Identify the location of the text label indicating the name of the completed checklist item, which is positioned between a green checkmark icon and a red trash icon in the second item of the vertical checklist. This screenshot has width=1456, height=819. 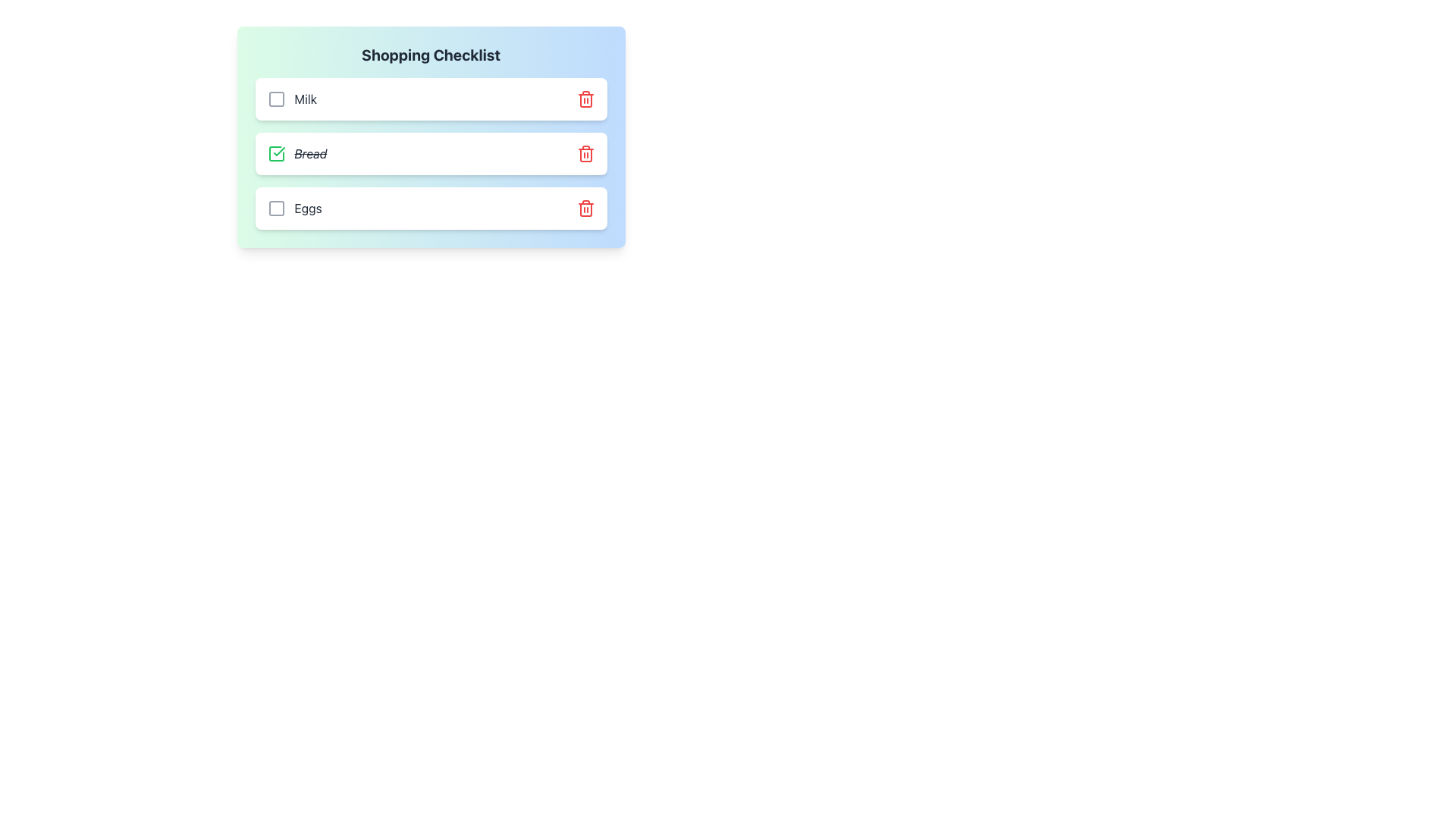
(309, 154).